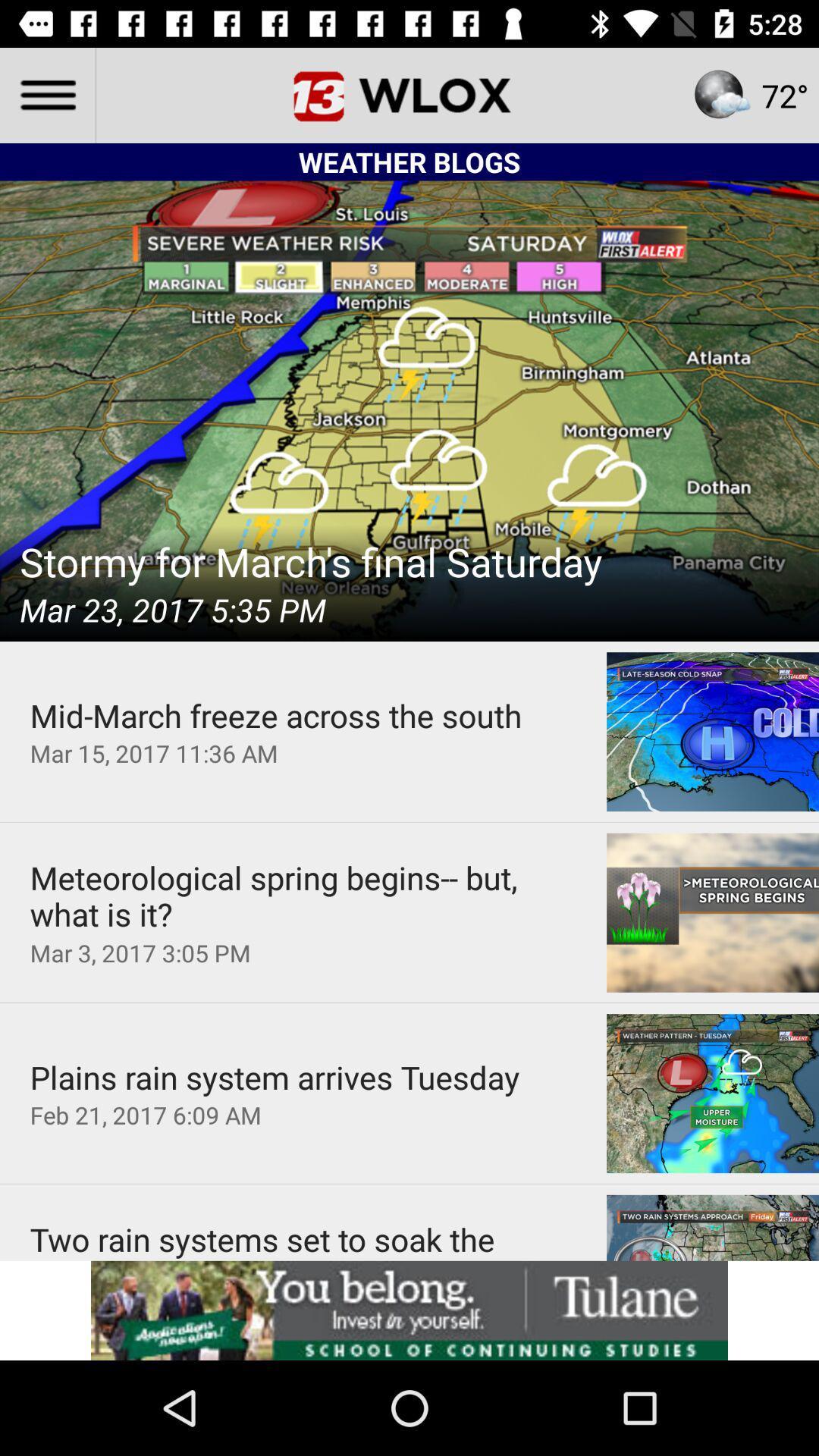 The width and height of the screenshot is (819, 1456). Describe the element at coordinates (46, 94) in the screenshot. I see `the menu icon` at that location.